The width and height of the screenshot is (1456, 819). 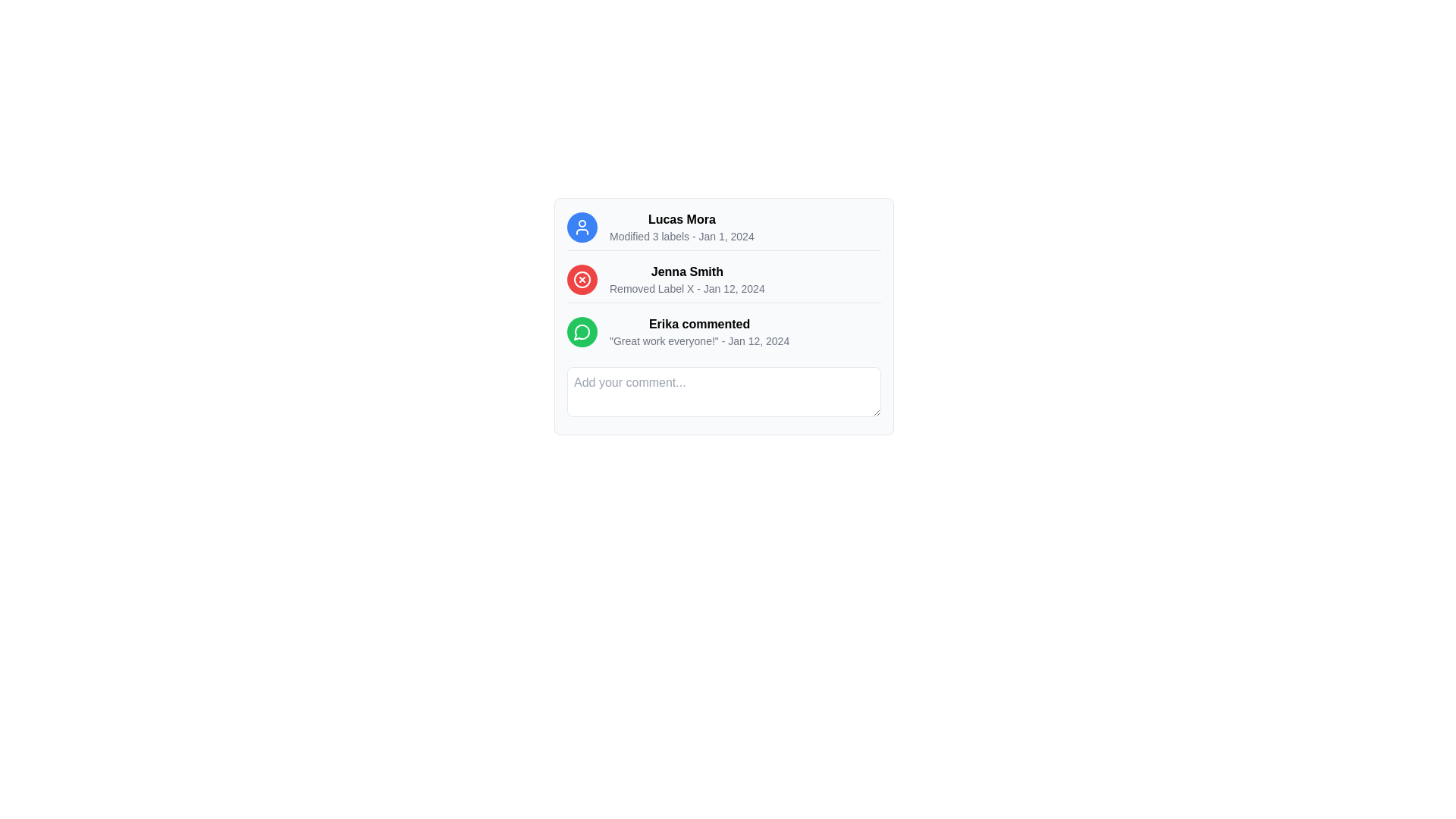 I want to click on the informational text block displaying 'Jenna Smith' and 'Removed Label X - Jan 12, 2024', which is the second entry in a list of notifications, so click(x=723, y=283).